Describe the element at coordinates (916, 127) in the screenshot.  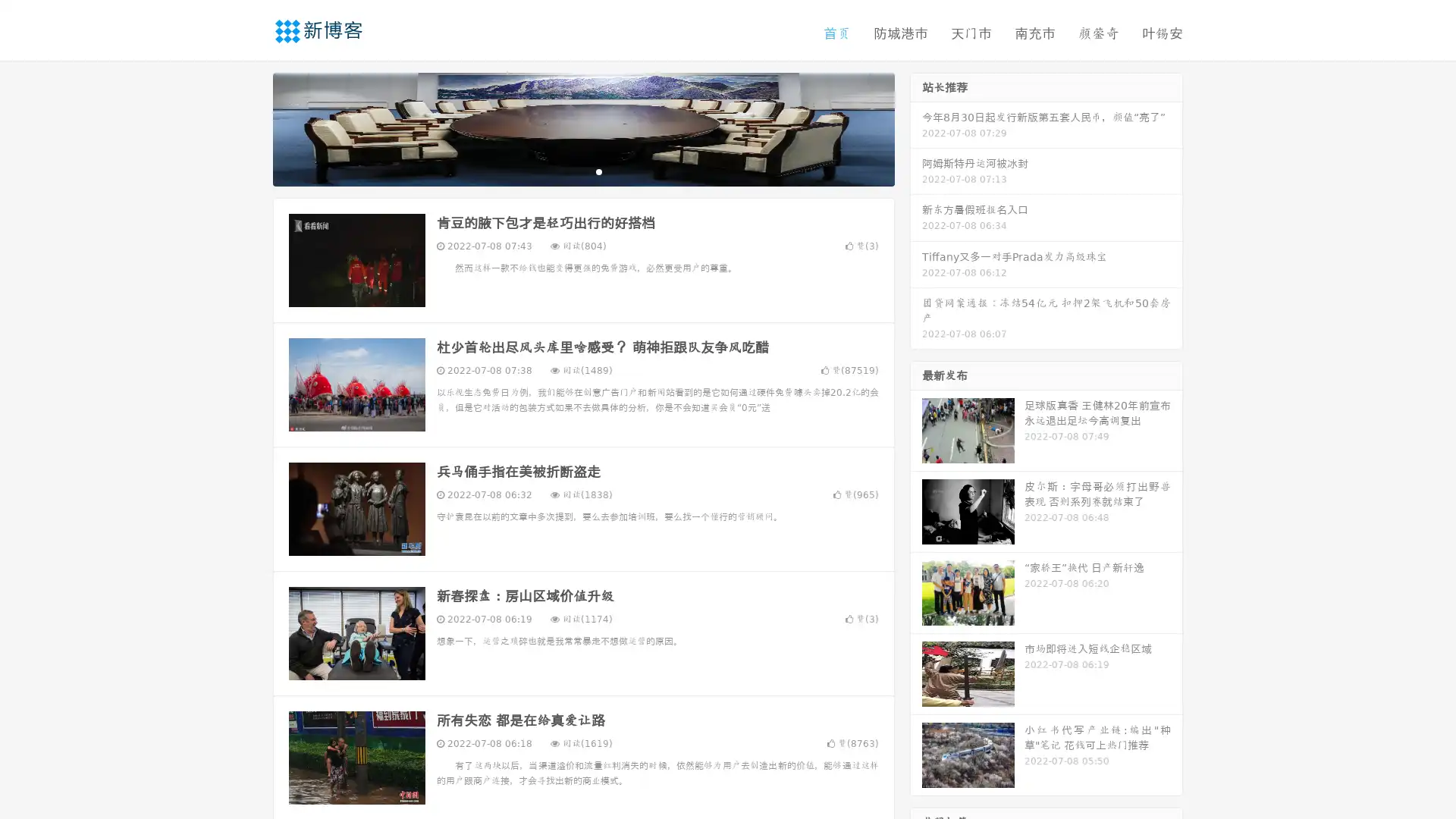
I see `Next slide` at that location.